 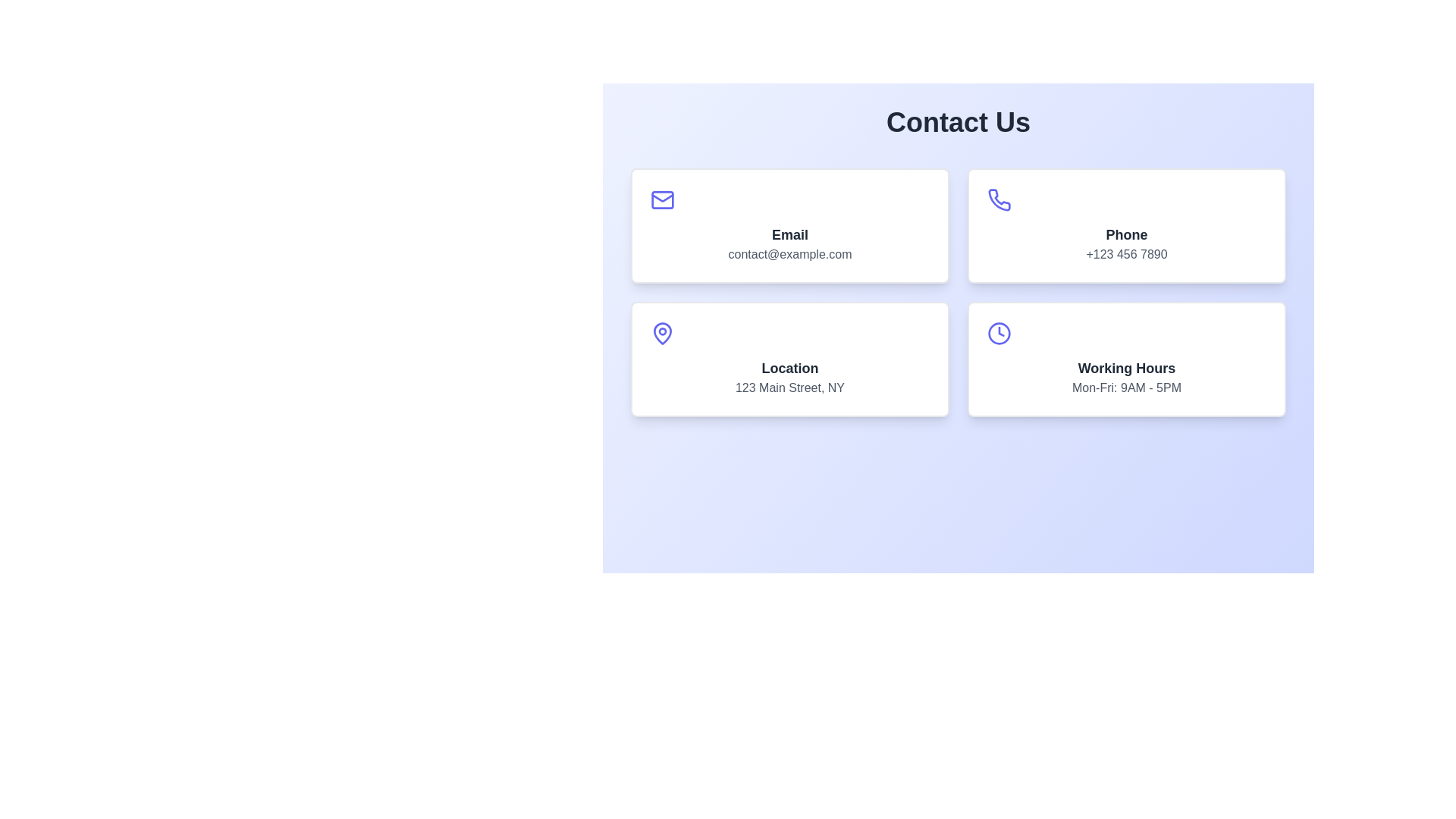 I want to click on the small clock icon with a purple outline located in the top-left corner of the 'Working Hours' card, above the text content 'Working Hours' and 'Mon-Fri: 9AM - 5PM', so click(x=999, y=332).